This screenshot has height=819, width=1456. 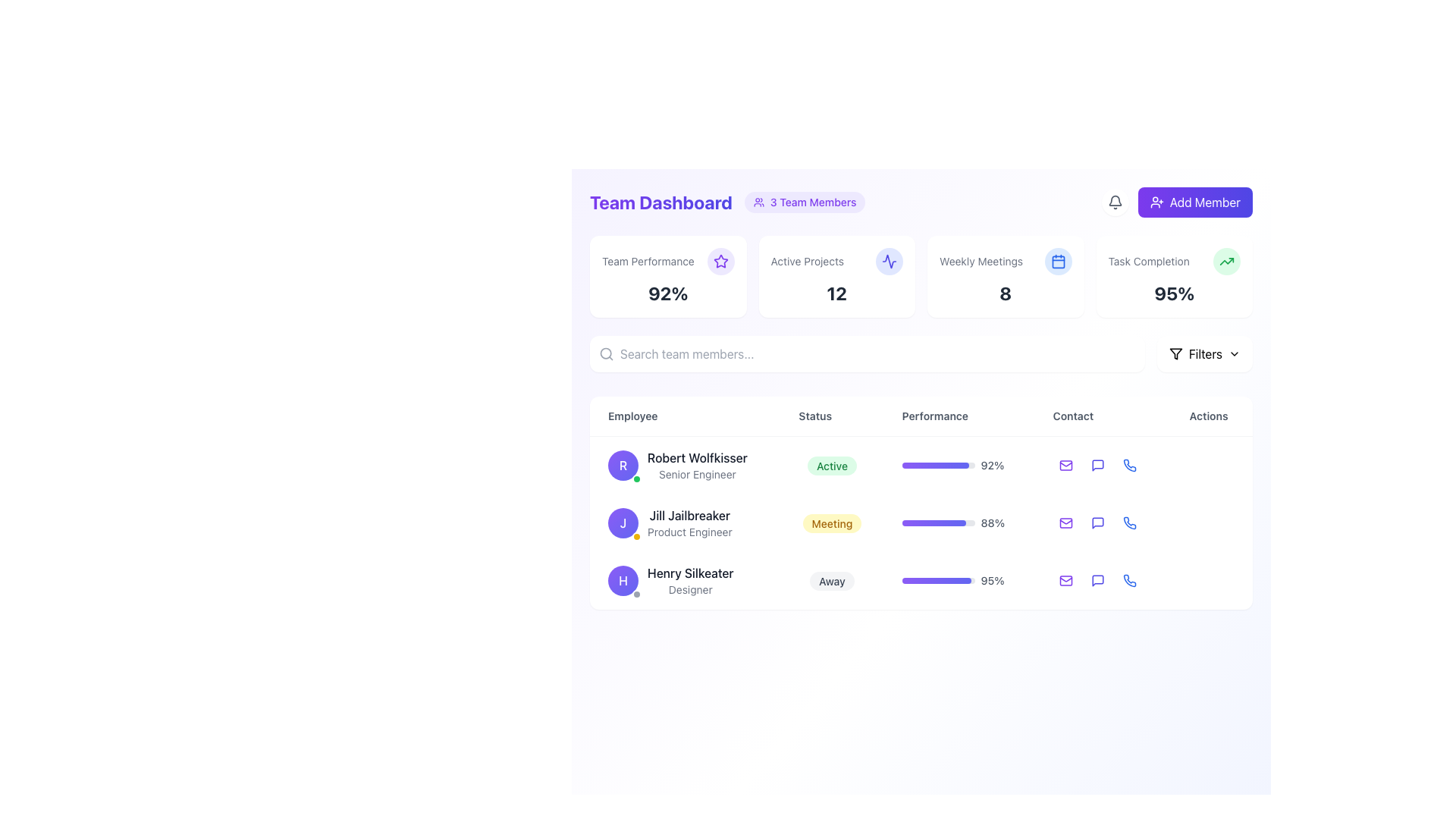 What do you see at coordinates (689, 514) in the screenshot?
I see `the text label displaying 'Jill Jailbreaker' in the second row of the employee roster` at bounding box center [689, 514].